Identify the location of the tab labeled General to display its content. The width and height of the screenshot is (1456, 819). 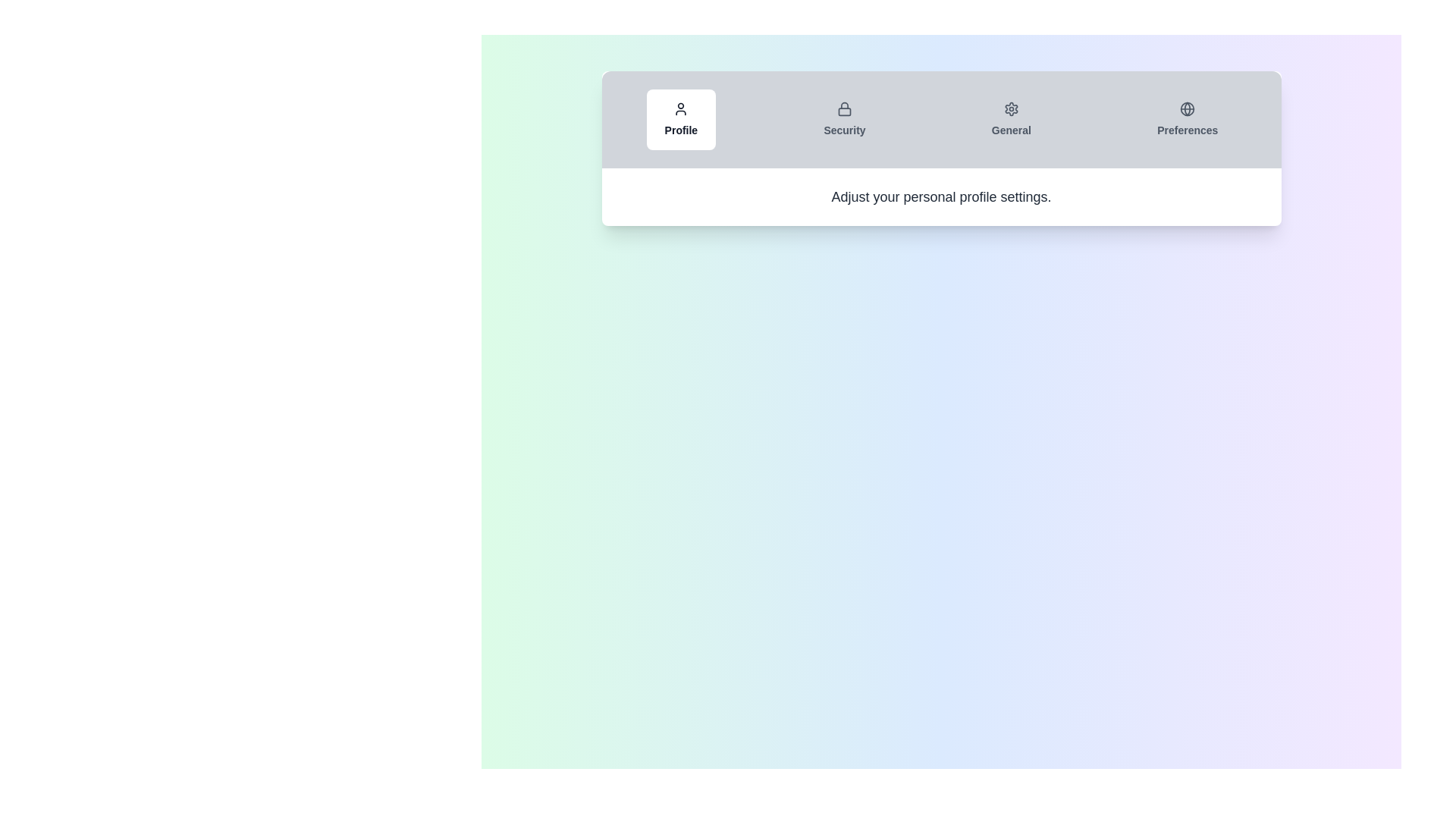
(1012, 119).